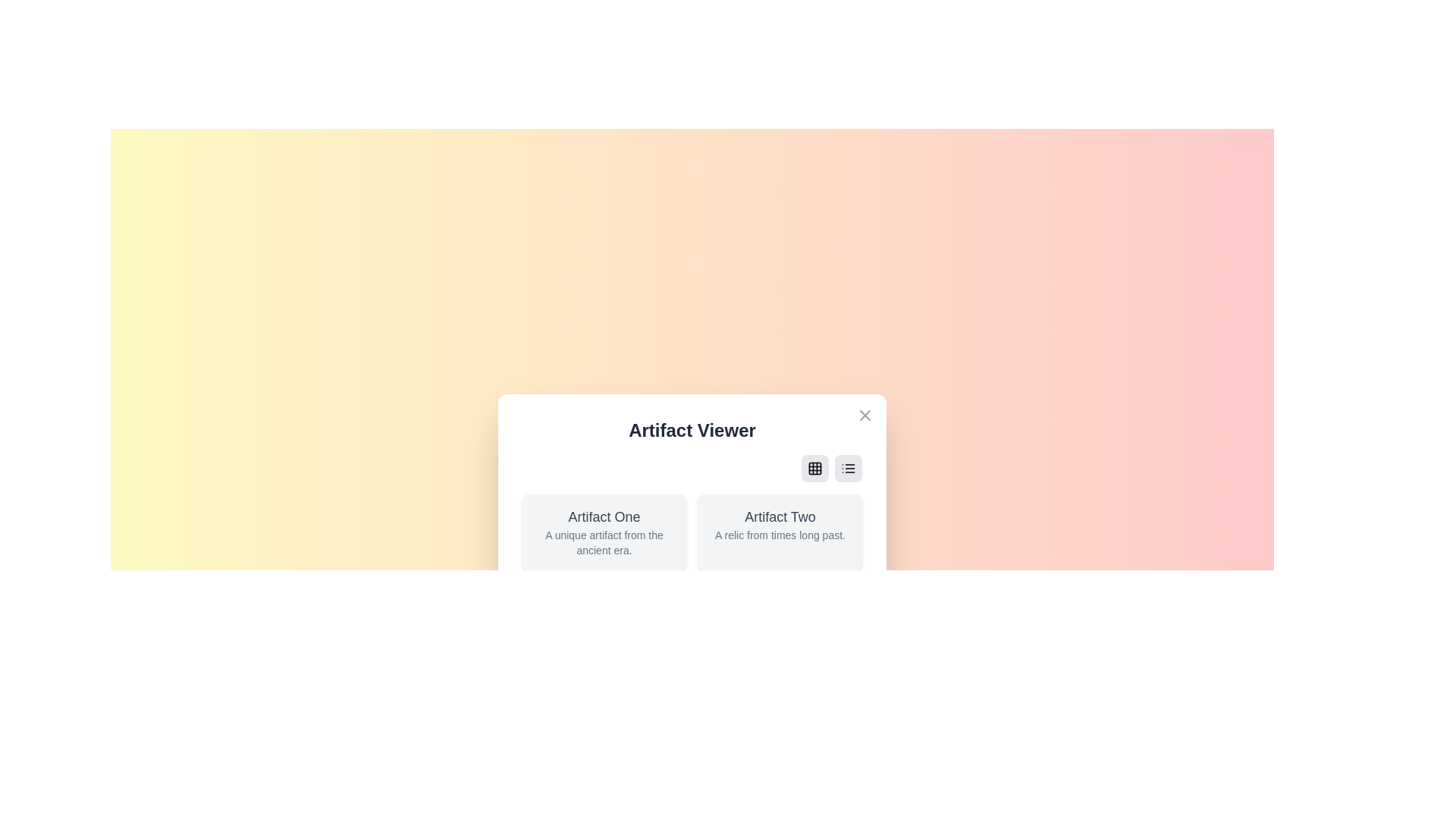 The height and width of the screenshot is (819, 1456). Describe the element at coordinates (814, 467) in the screenshot. I see `the button to switch the view to grid layout` at that location.